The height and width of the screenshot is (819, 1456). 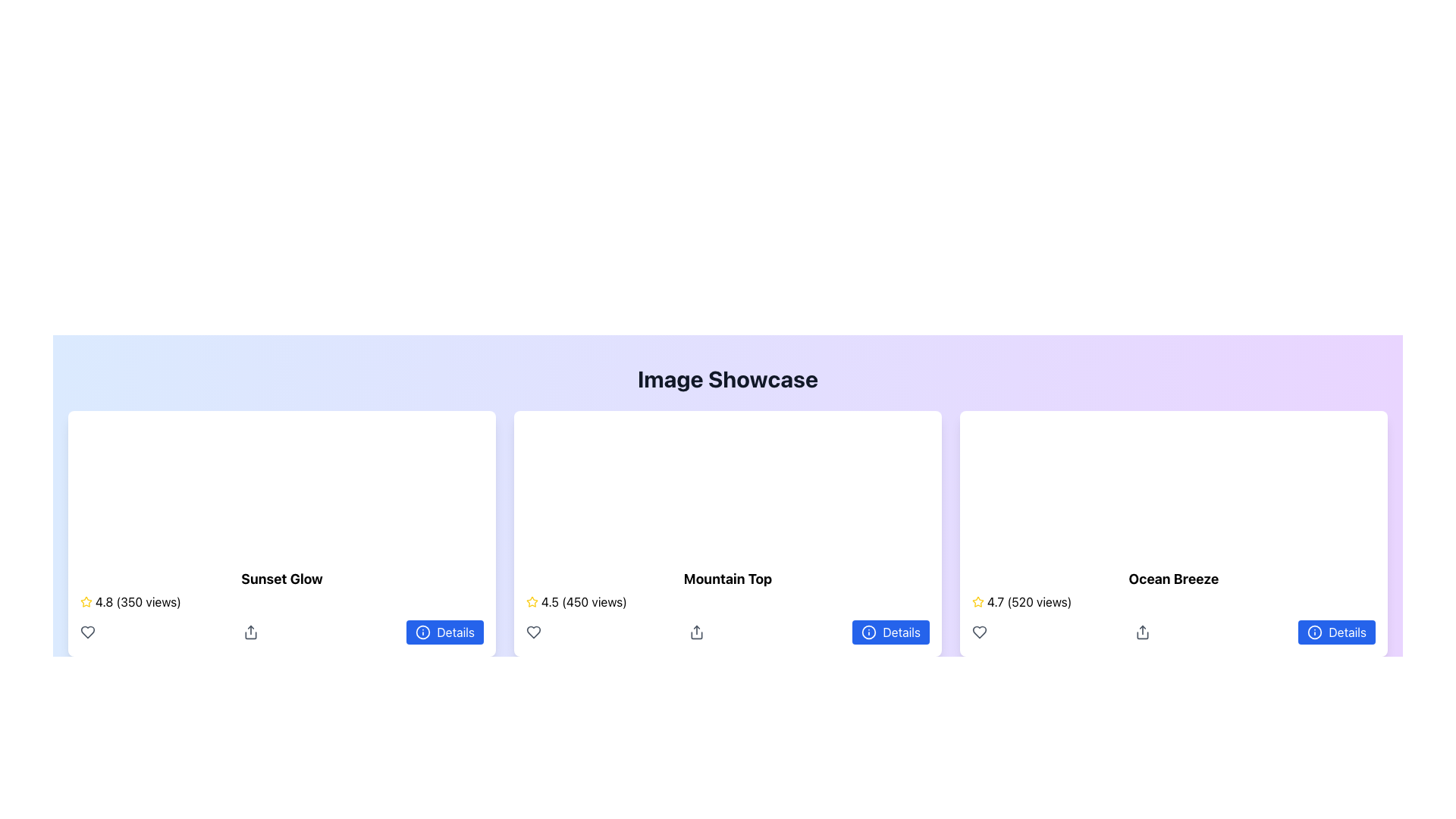 What do you see at coordinates (251, 632) in the screenshot?
I see `the 'share' icon located below the text 'Sunset Glow' in the leftmost card of the 'Image Showcase' section to share the content` at bounding box center [251, 632].